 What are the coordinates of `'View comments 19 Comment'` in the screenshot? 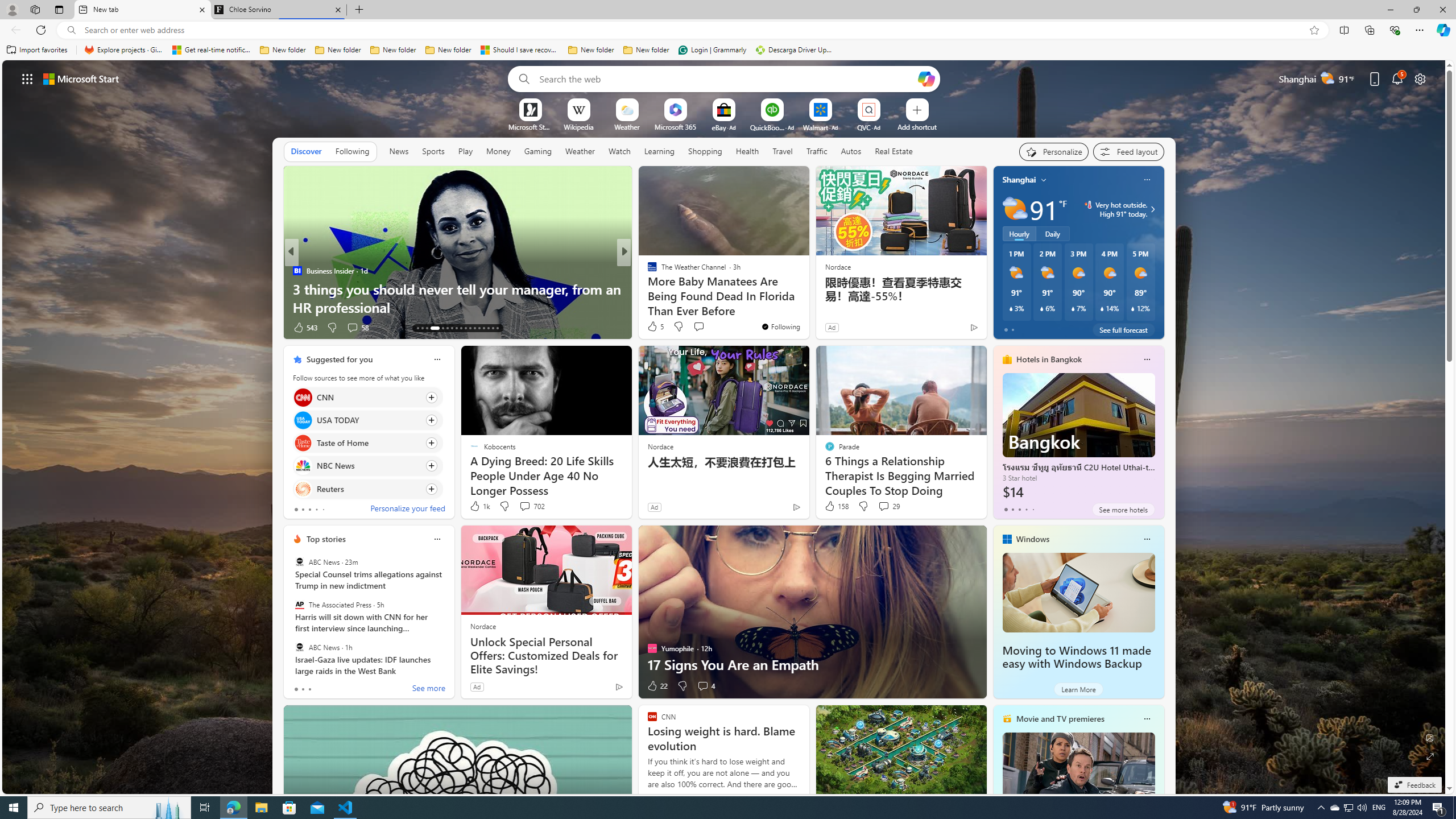 It's located at (702, 326).